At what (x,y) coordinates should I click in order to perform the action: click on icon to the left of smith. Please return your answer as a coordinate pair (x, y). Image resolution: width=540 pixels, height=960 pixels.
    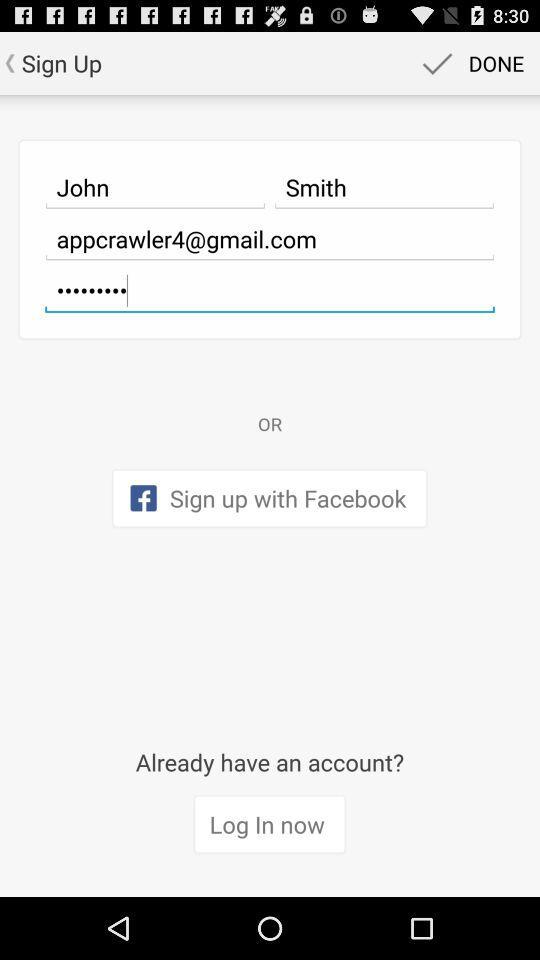
    Looking at the image, I should click on (154, 187).